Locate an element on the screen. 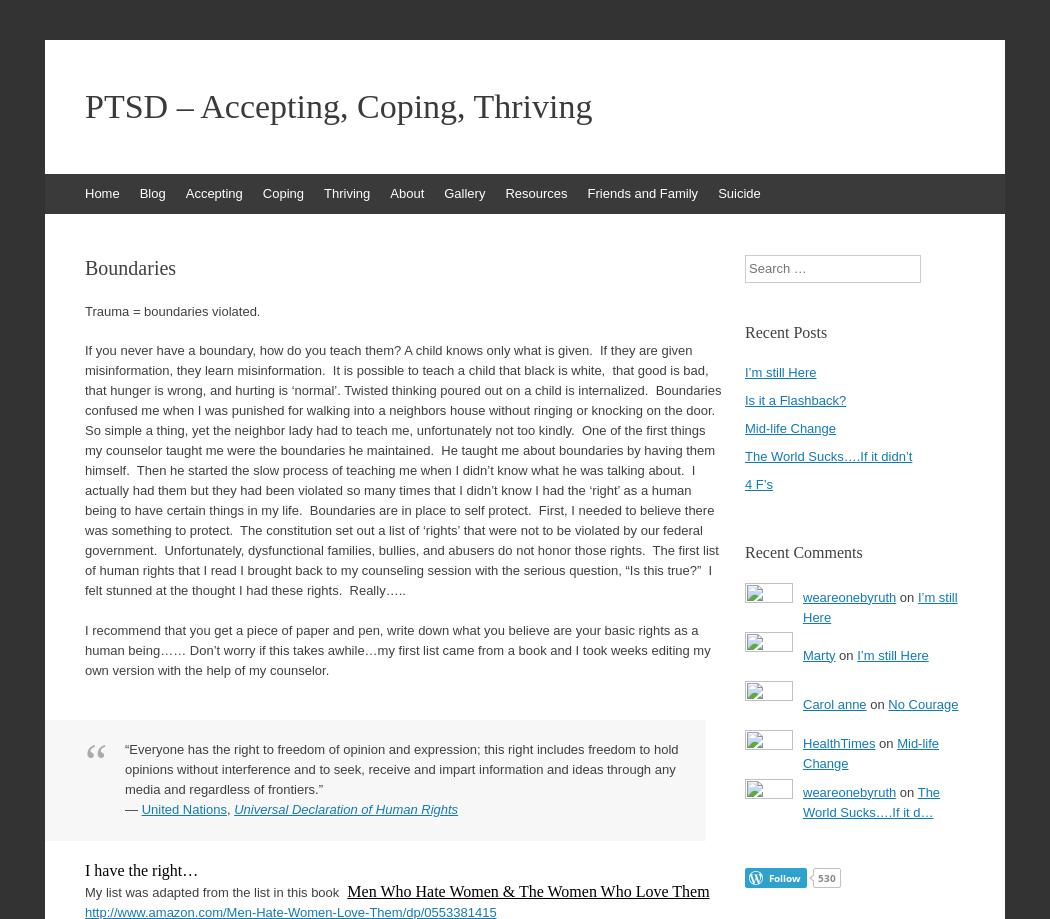 The width and height of the screenshot is (1050, 919). 'Marty' is located at coordinates (818, 653).